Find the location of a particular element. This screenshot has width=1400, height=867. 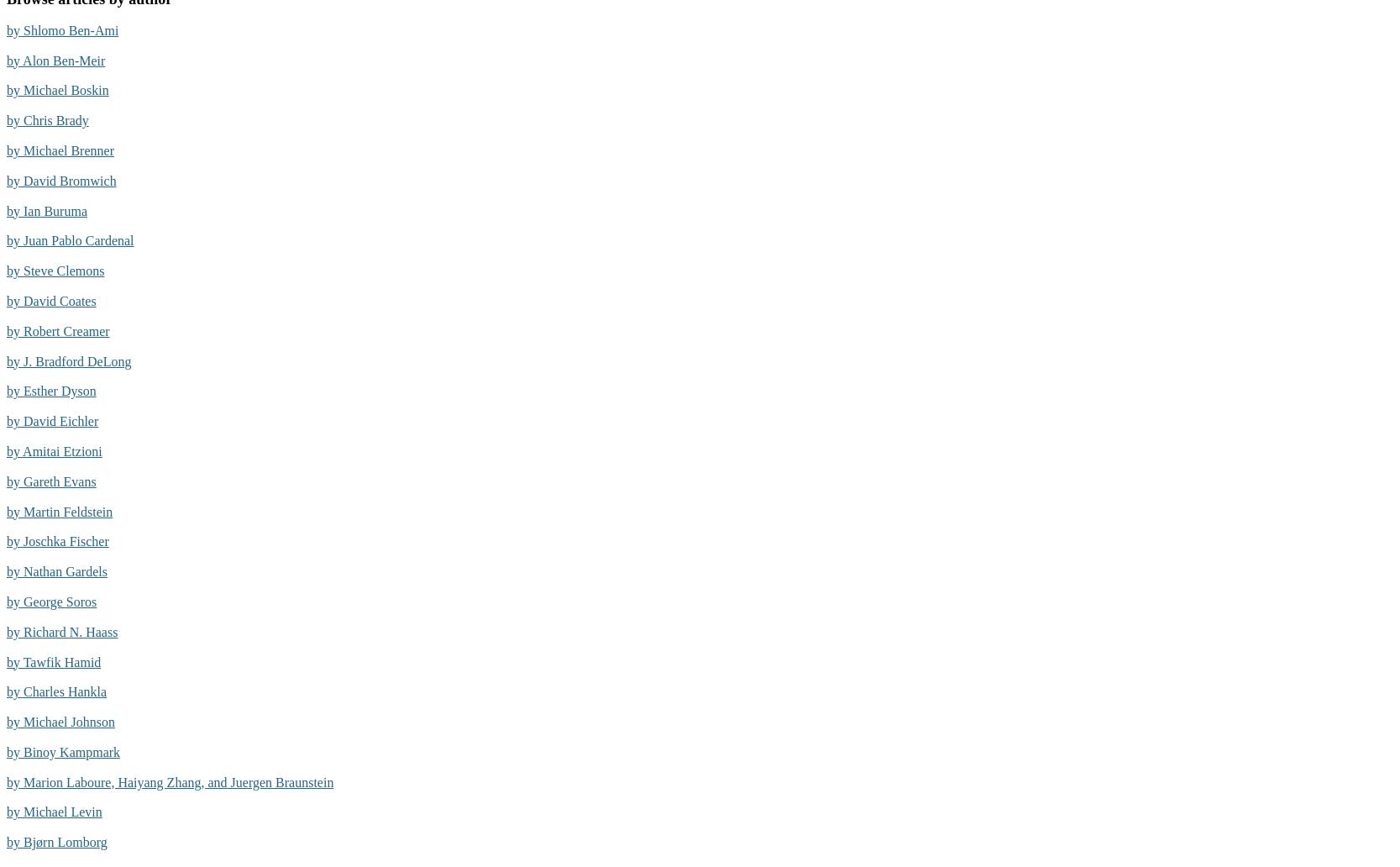

'by Steve Clemons' is located at coordinates (55, 271).